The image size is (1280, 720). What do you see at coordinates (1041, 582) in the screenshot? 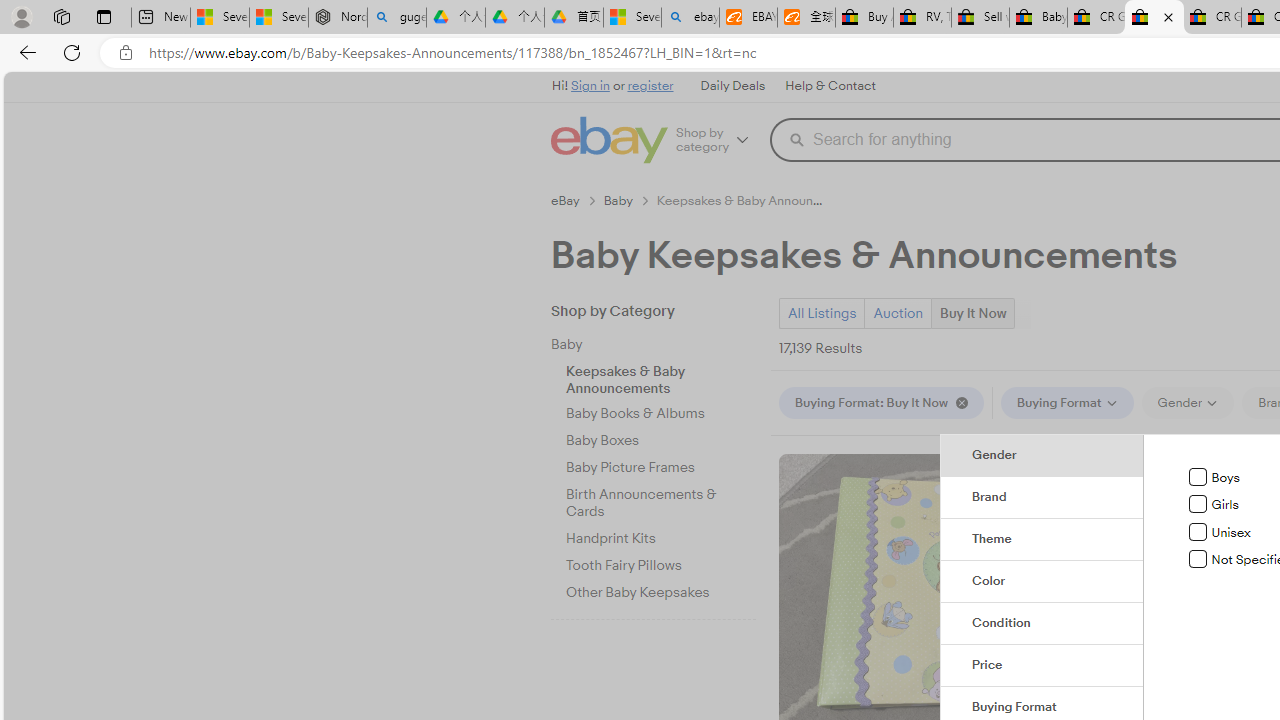
I see `'Color'` at bounding box center [1041, 582].